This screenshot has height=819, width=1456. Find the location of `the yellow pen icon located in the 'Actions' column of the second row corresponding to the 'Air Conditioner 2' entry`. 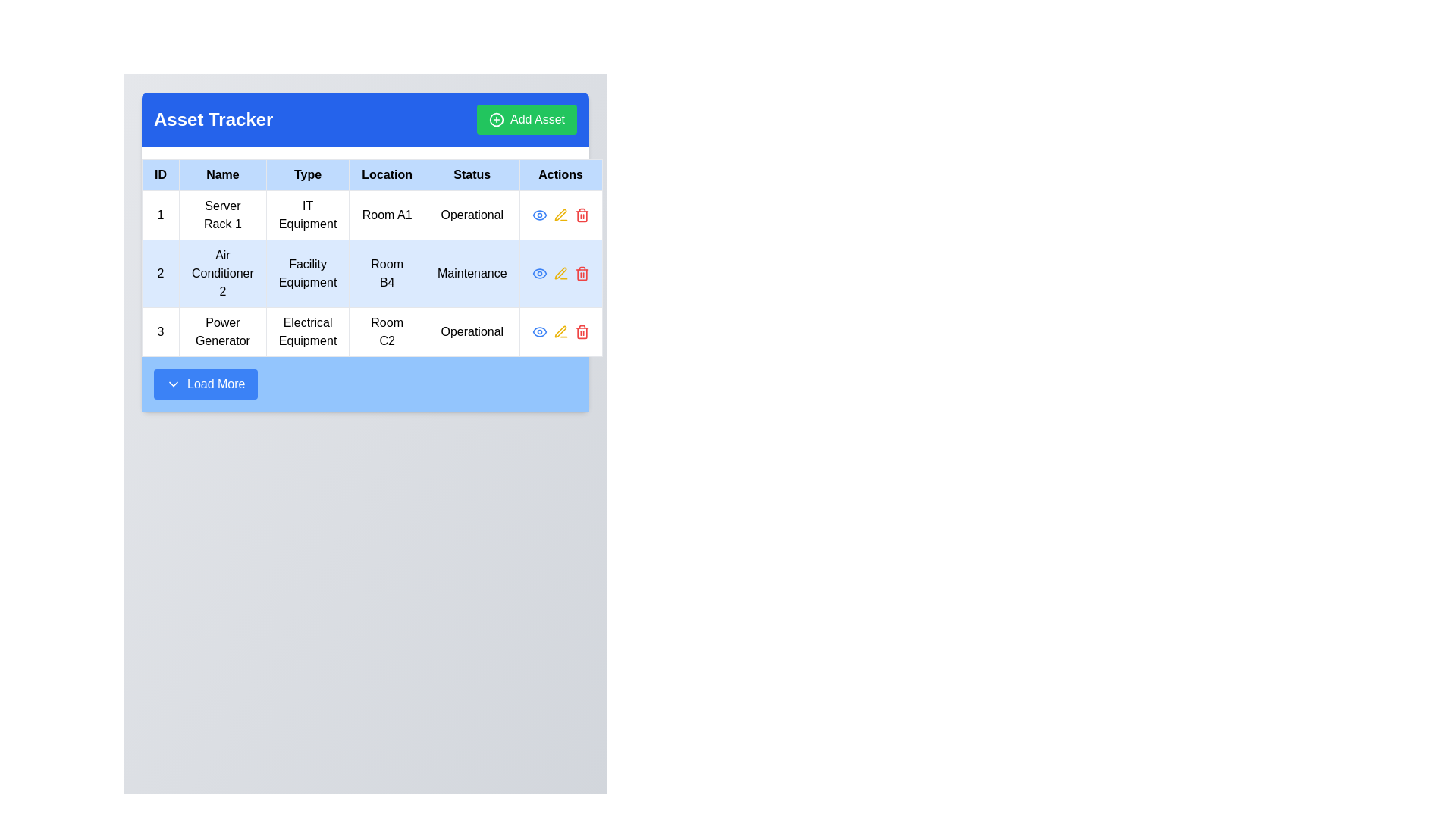

the yellow pen icon located in the 'Actions' column of the second row corresponding to the 'Air Conditioner 2' entry is located at coordinates (560, 331).